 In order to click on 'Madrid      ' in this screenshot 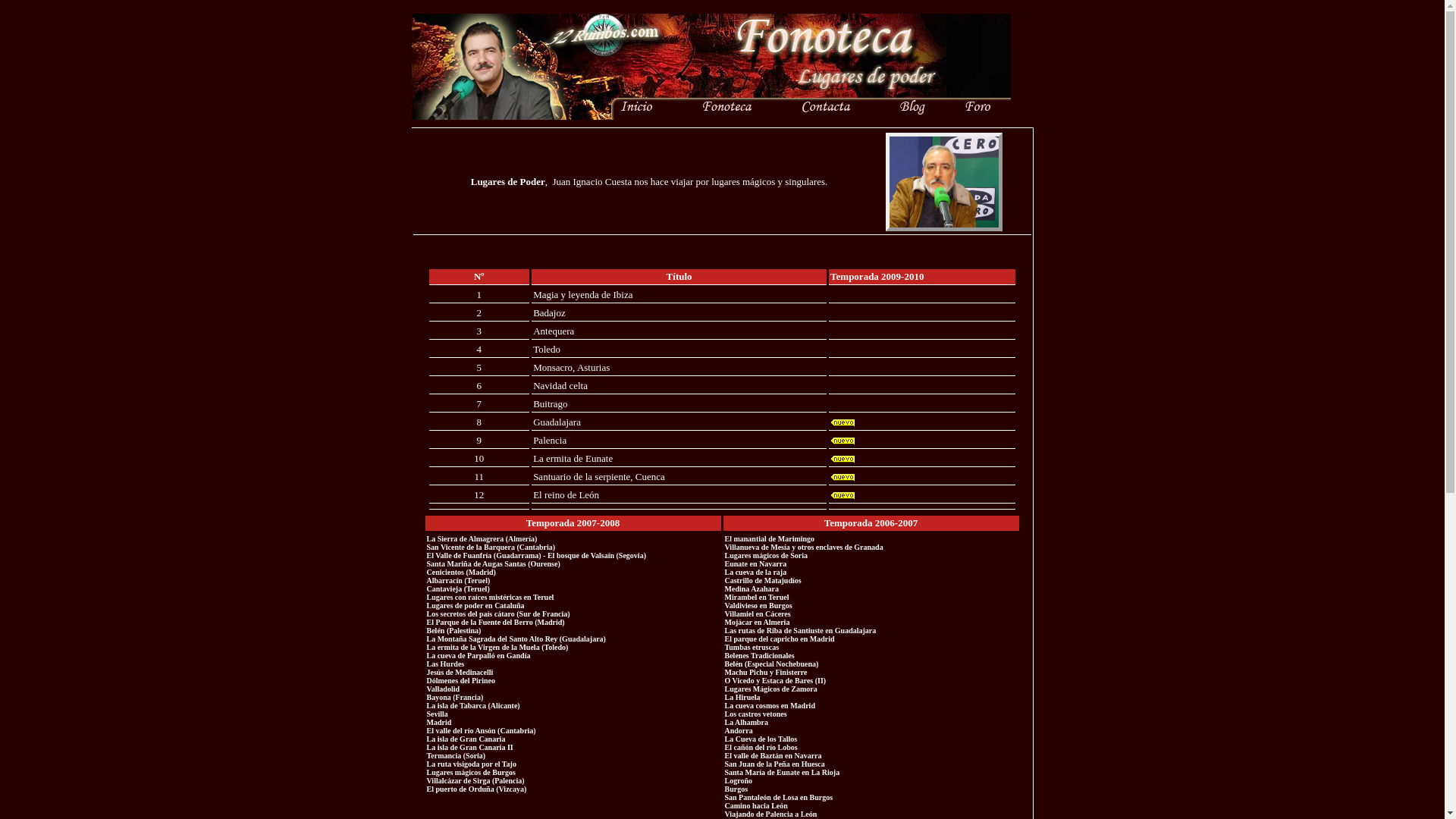, I will do `click(444, 721)`.